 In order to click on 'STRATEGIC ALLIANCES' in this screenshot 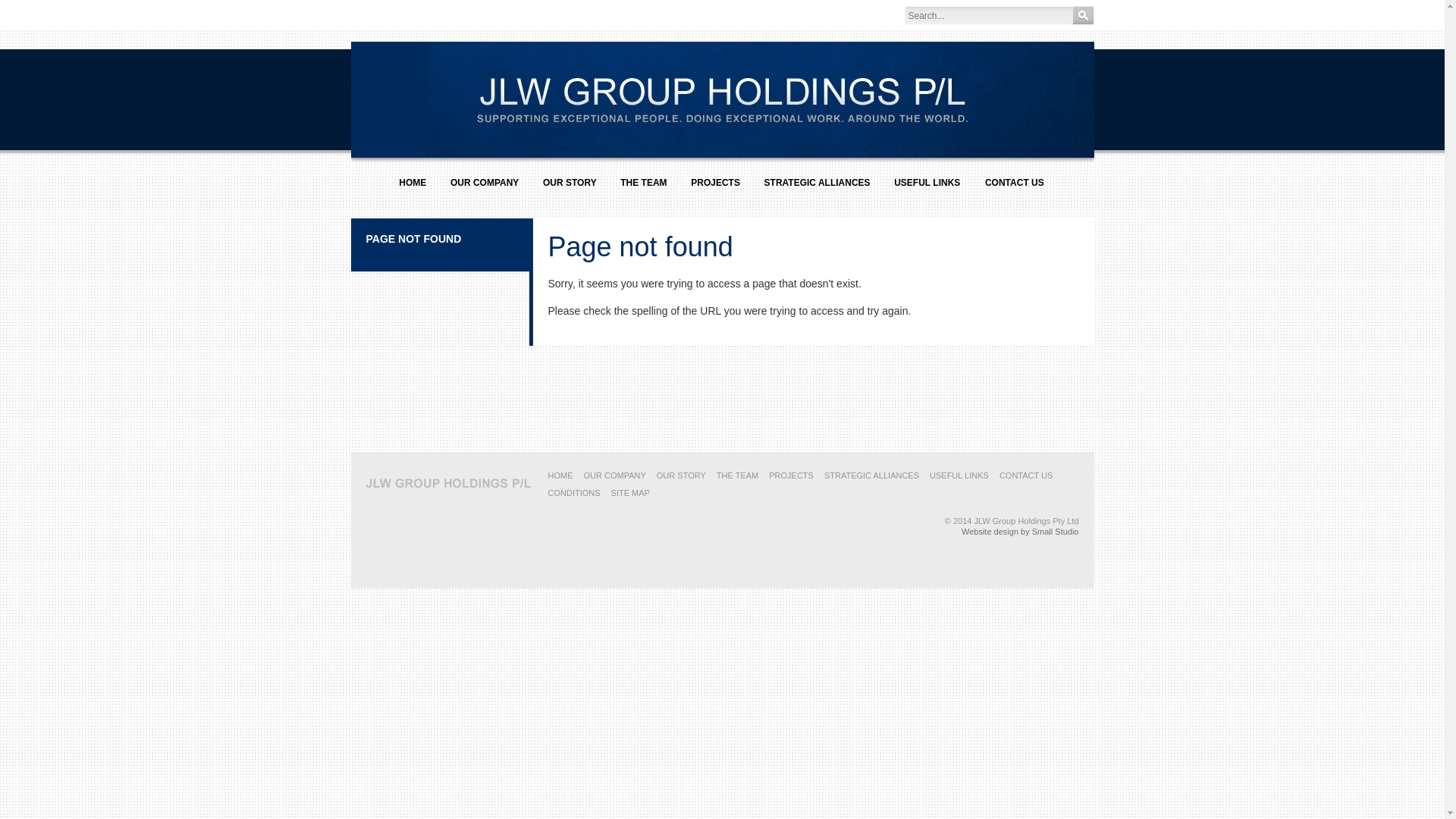, I will do `click(817, 188)`.